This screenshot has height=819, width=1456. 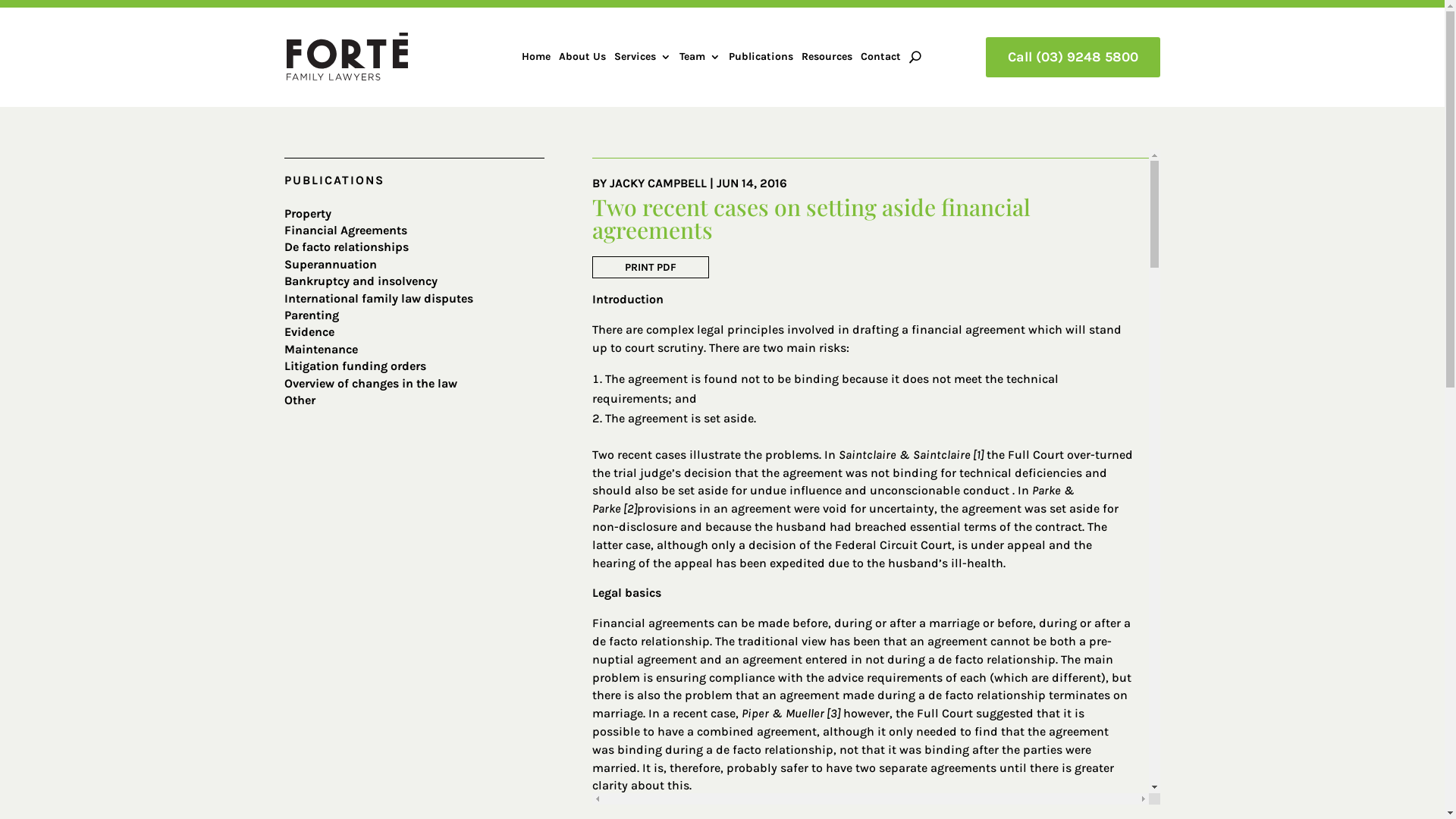 What do you see at coordinates (359, 281) in the screenshot?
I see `'Bankruptcy and insolvency'` at bounding box center [359, 281].